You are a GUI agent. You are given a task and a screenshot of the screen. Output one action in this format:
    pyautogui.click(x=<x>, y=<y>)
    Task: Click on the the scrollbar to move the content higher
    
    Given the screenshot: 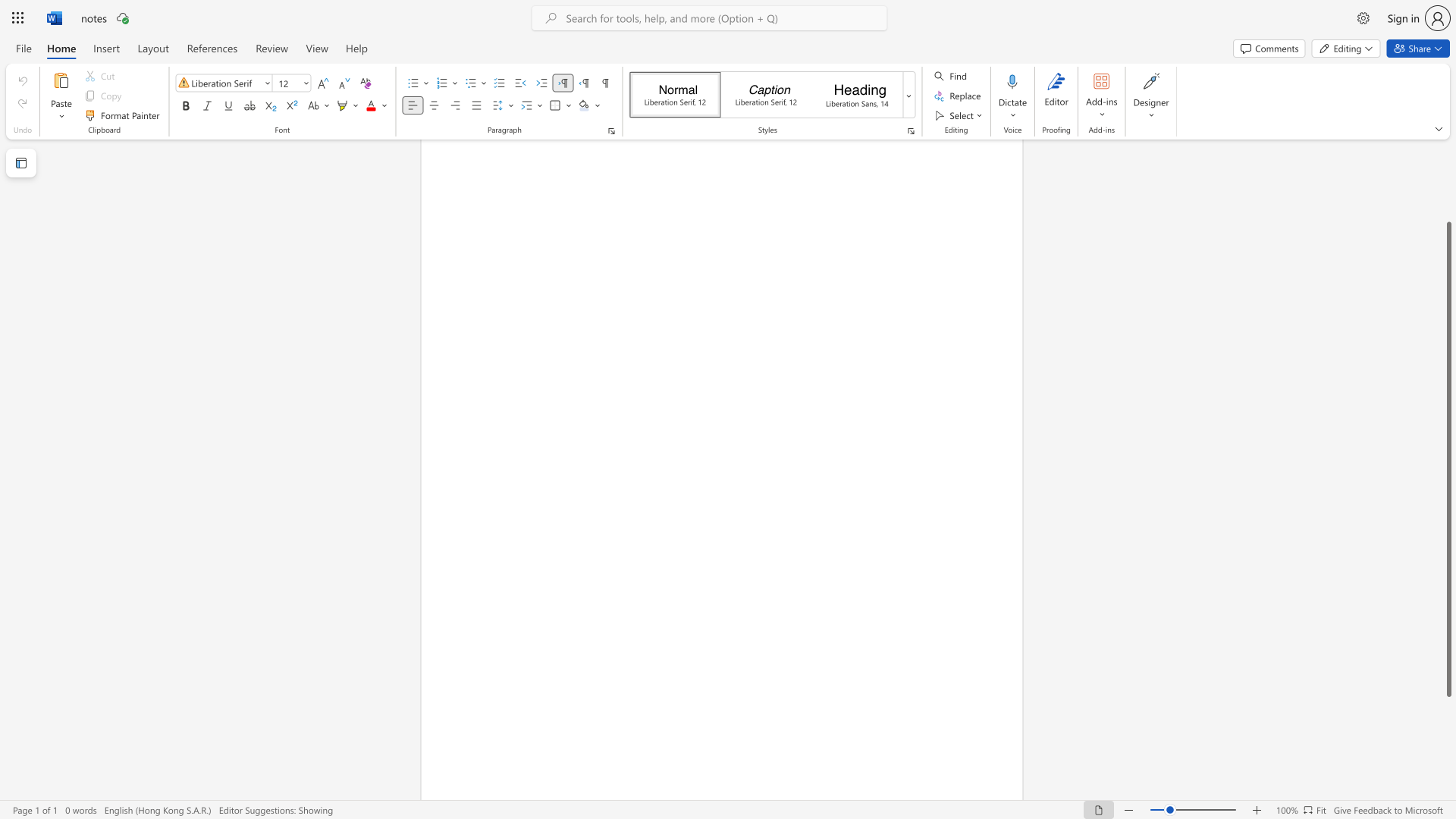 What is the action you would take?
    pyautogui.click(x=1448, y=174)
    